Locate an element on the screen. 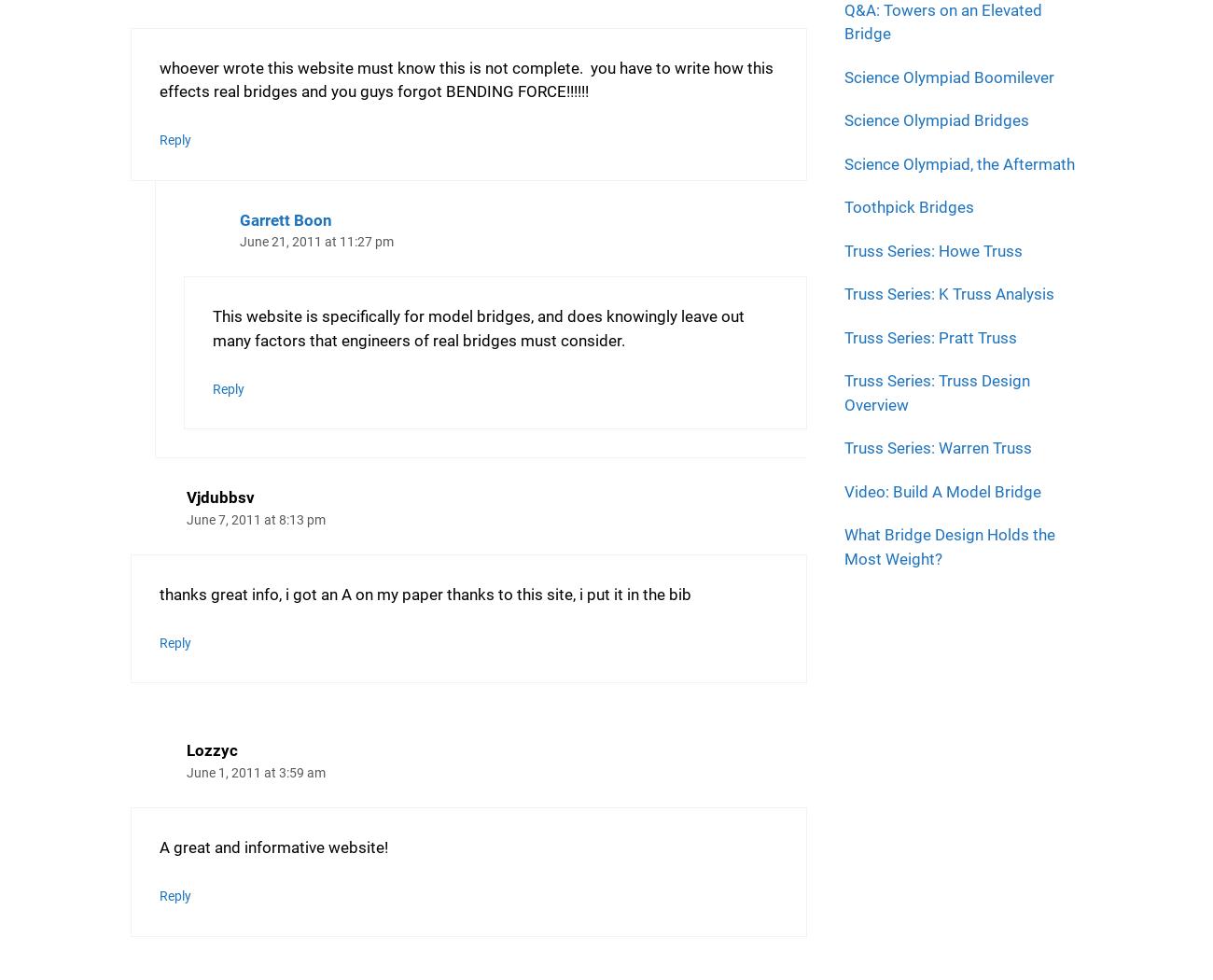 This screenshot has width=1213, height=980. 'Toothpick Bridges' is located at coordinates (909, 205).